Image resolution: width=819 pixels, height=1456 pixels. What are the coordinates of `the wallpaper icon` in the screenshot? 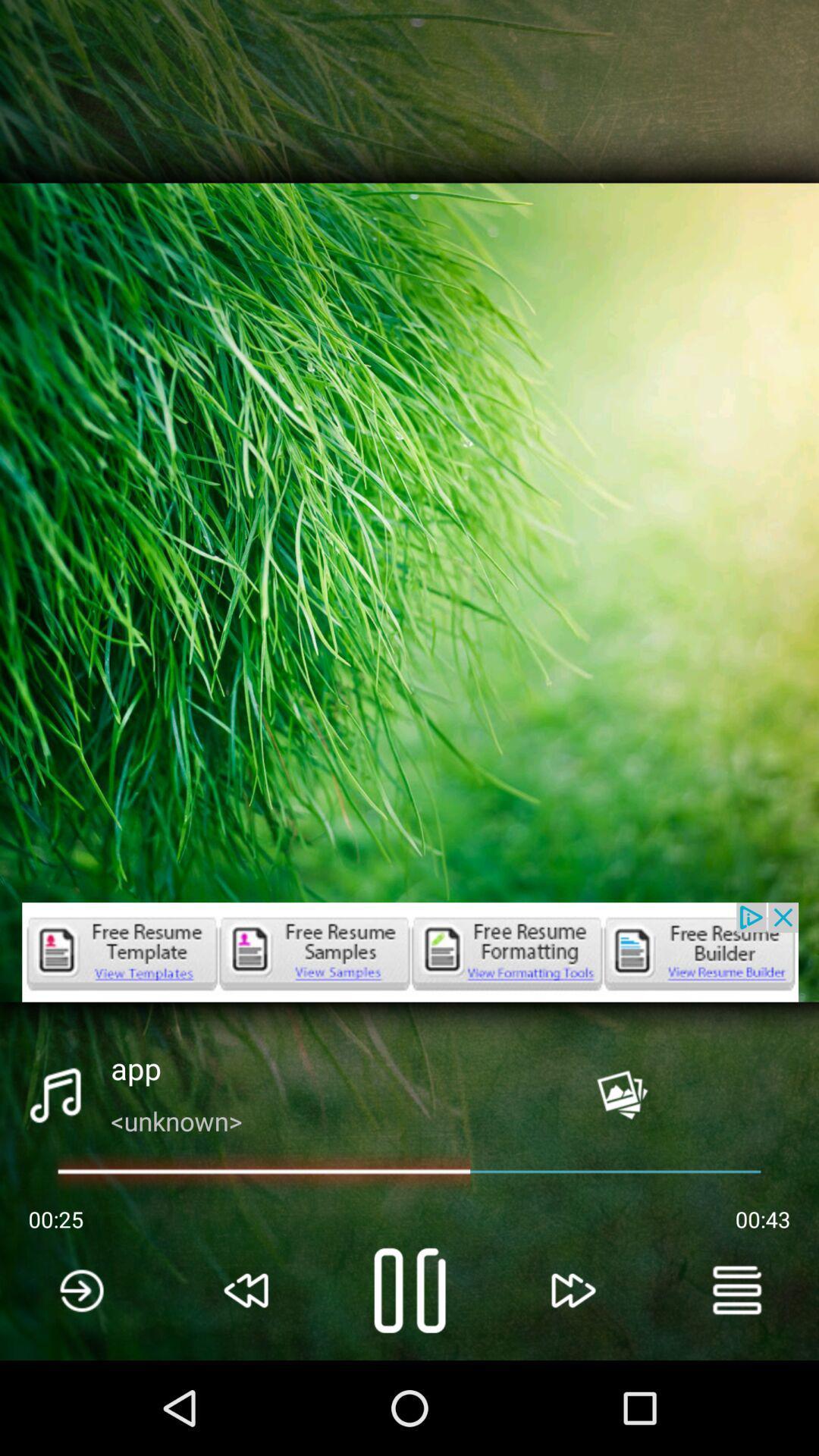 It's located at (621, 1094).